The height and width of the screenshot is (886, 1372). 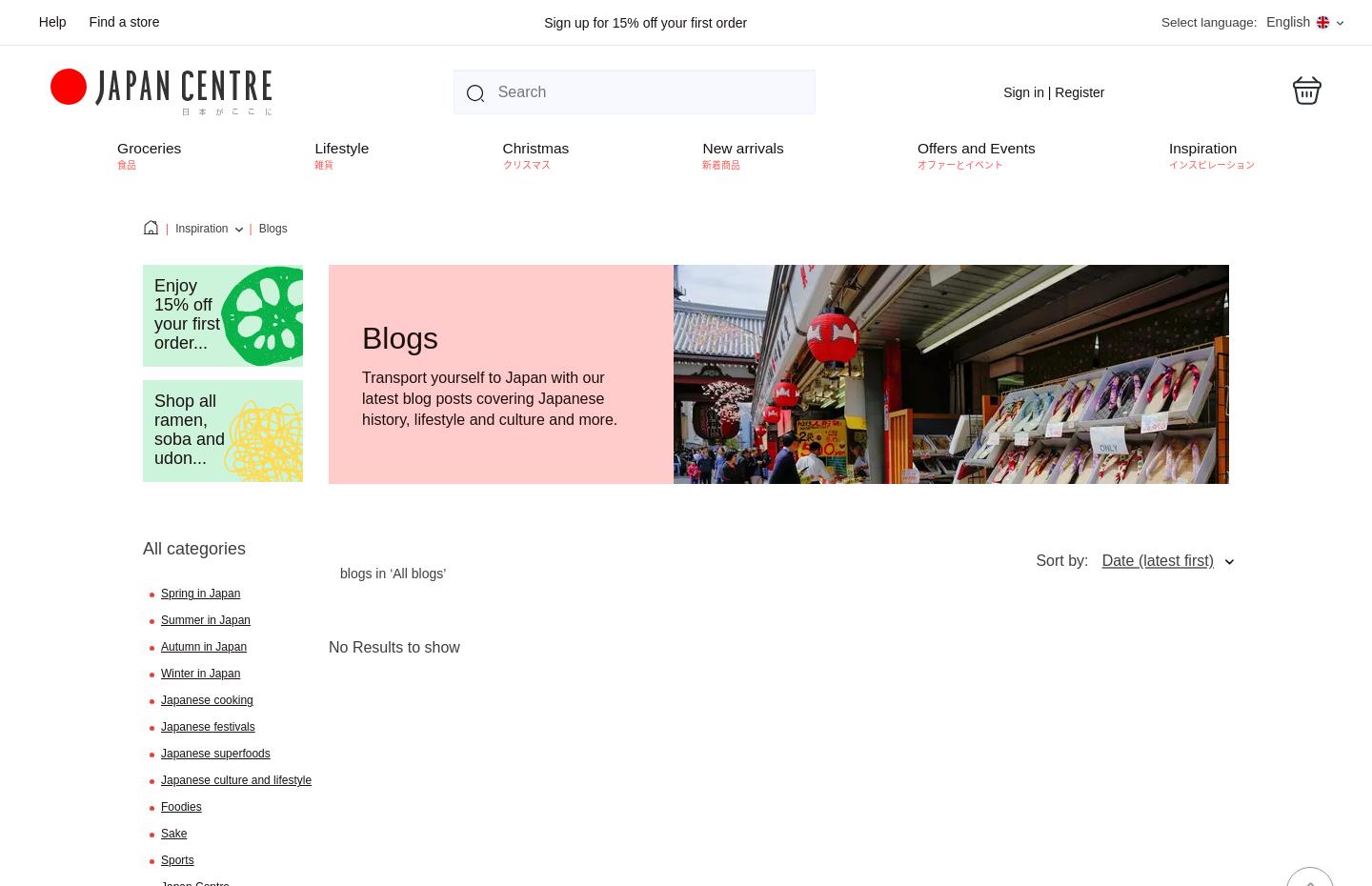 What do you see at coordinates (208, 726) in the screenshot?
I see `'Japanese festivals'` at bounding box center [208, 726].